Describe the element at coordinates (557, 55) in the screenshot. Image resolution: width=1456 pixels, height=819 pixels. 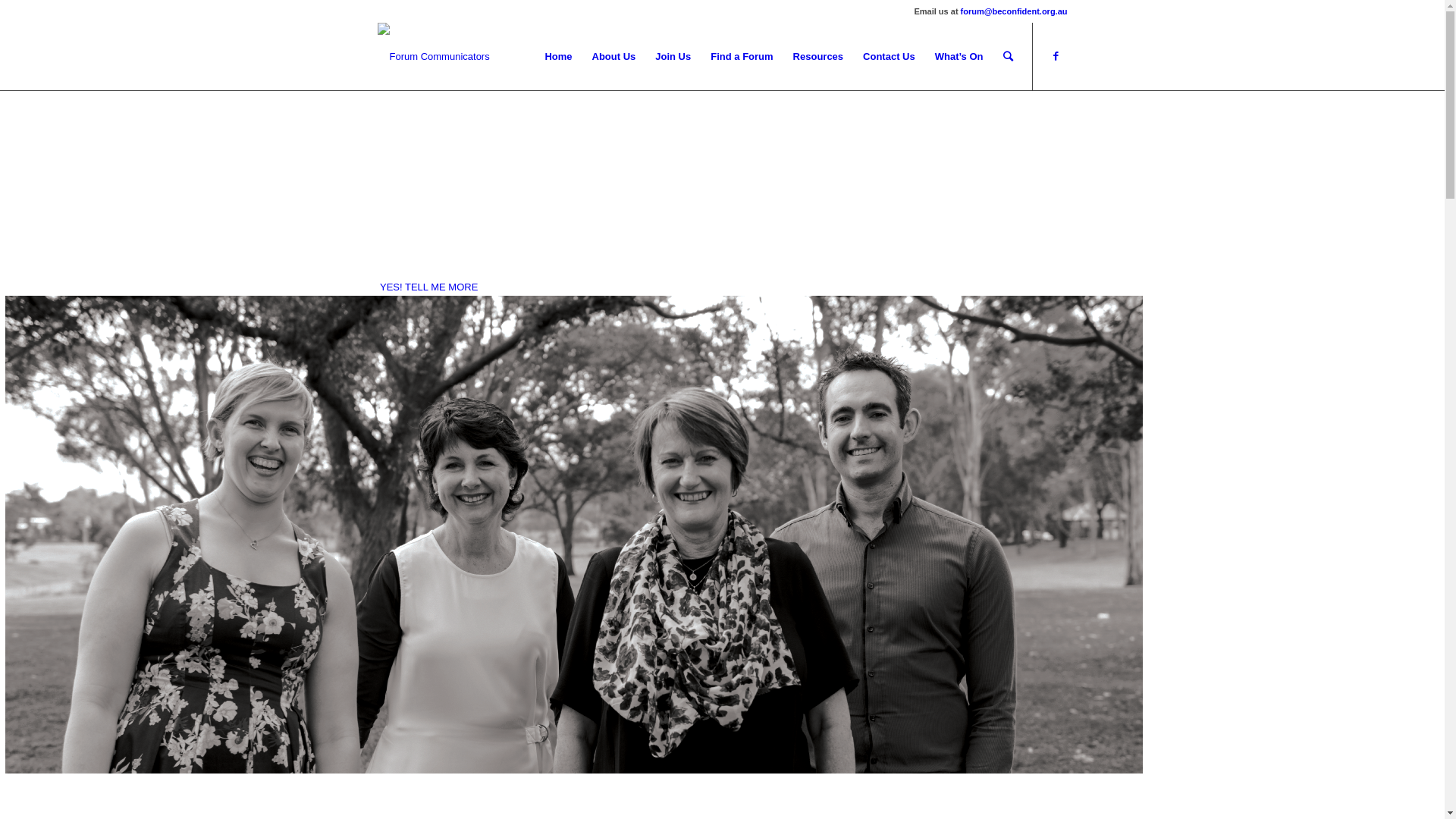
I see `'Home'` at that location.